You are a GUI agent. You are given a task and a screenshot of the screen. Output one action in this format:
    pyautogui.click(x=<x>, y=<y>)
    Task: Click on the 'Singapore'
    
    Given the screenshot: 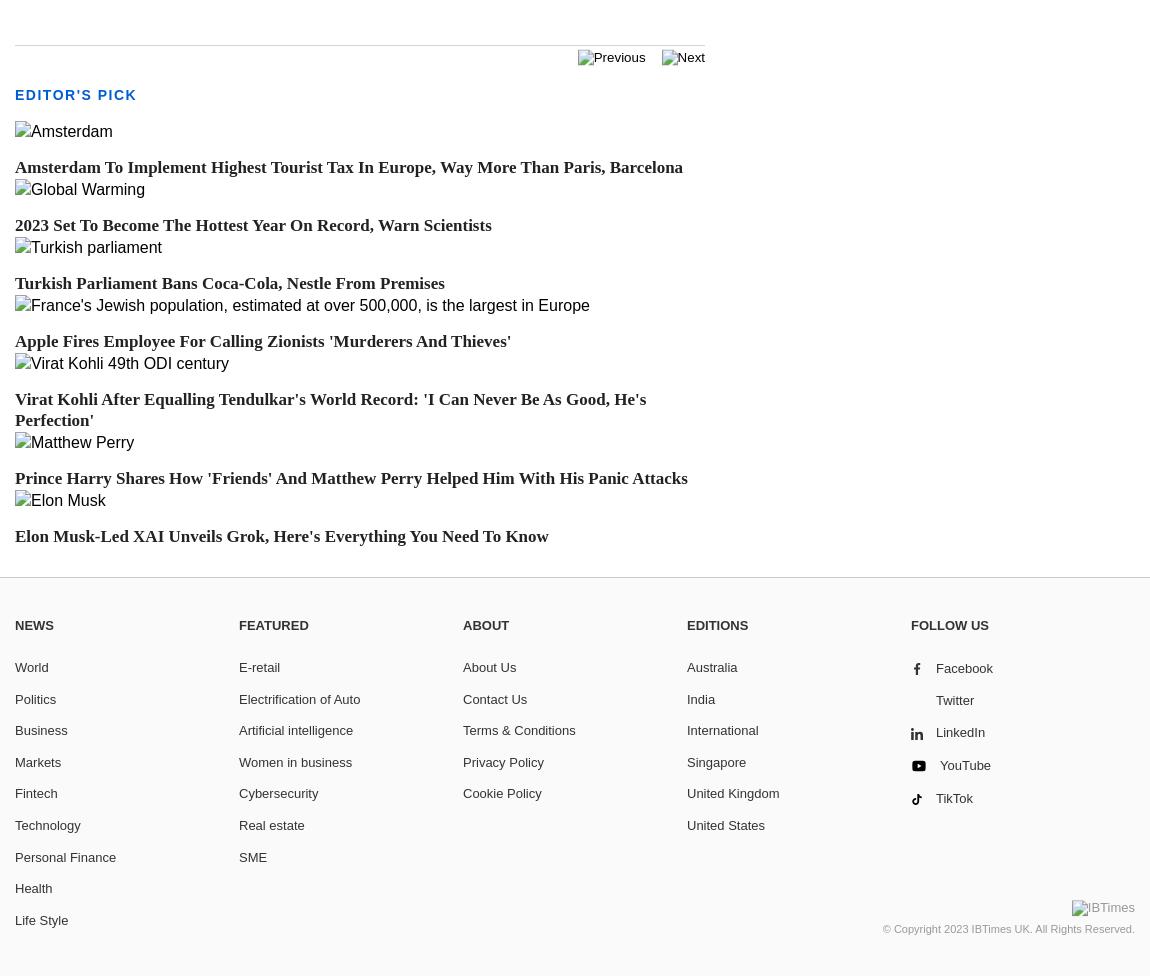 What is the action you would take?
    pyautogui.click(x=715, y=761)
    